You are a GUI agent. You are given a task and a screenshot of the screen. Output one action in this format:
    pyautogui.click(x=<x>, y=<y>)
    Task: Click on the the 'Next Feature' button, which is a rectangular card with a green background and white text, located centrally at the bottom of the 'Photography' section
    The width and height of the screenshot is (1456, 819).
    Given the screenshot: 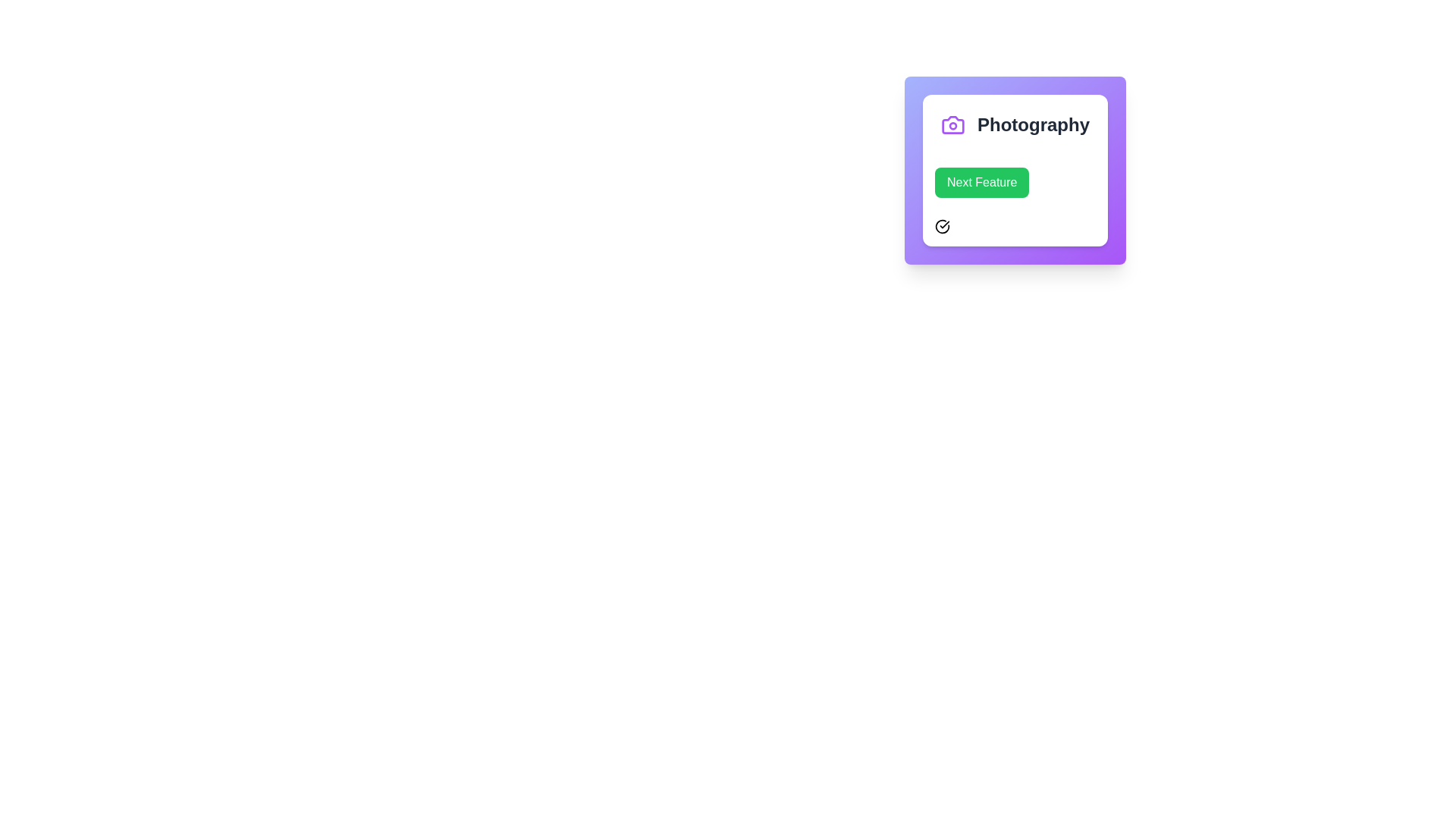 What is the action you would take?
    pyautogui.click(x=1015, y=200)
    